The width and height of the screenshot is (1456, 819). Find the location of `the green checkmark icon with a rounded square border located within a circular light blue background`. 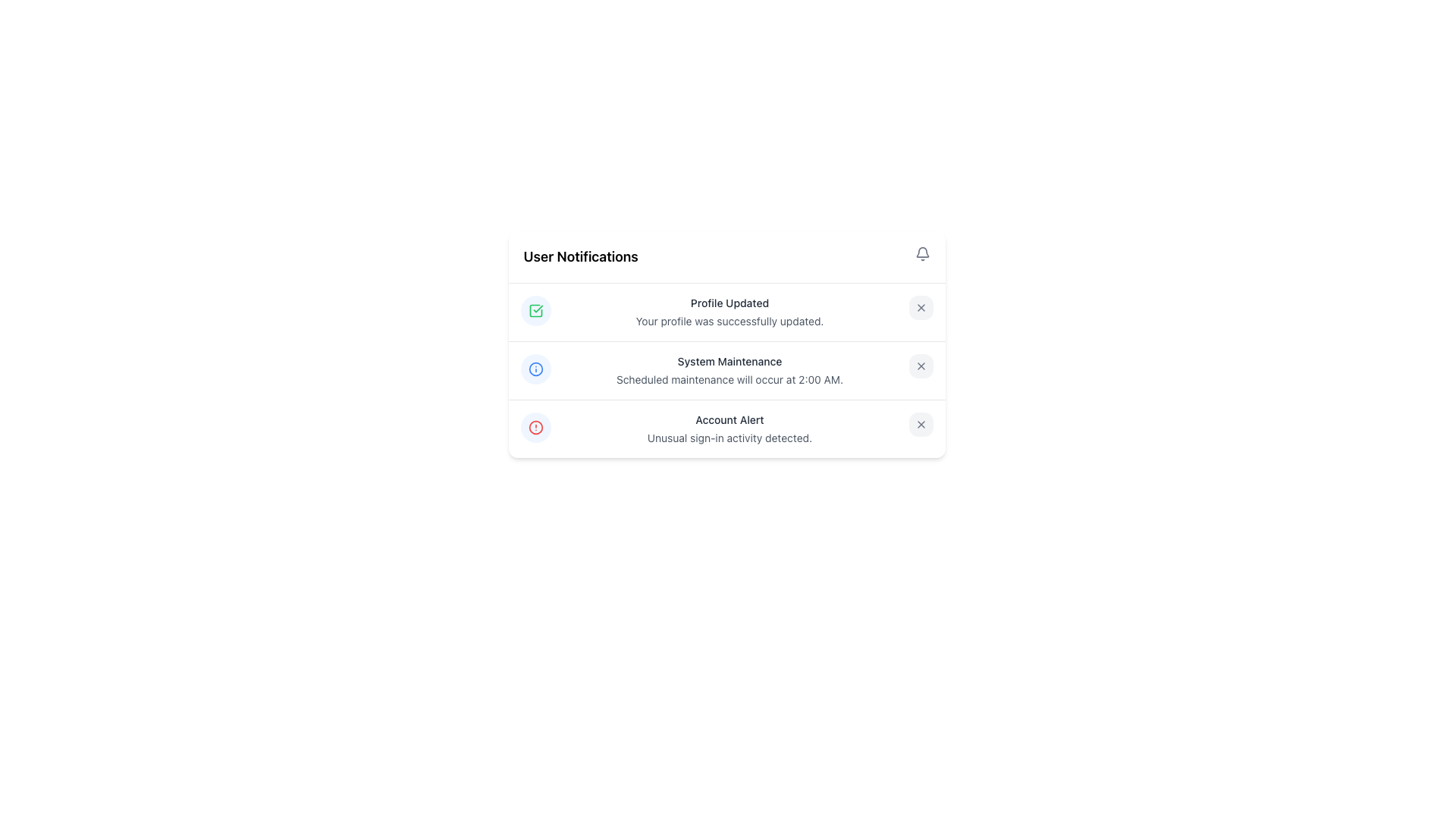

the green checkmark icon with a rounded square border located within a circular light blue background is located at coordinates (535, 309).